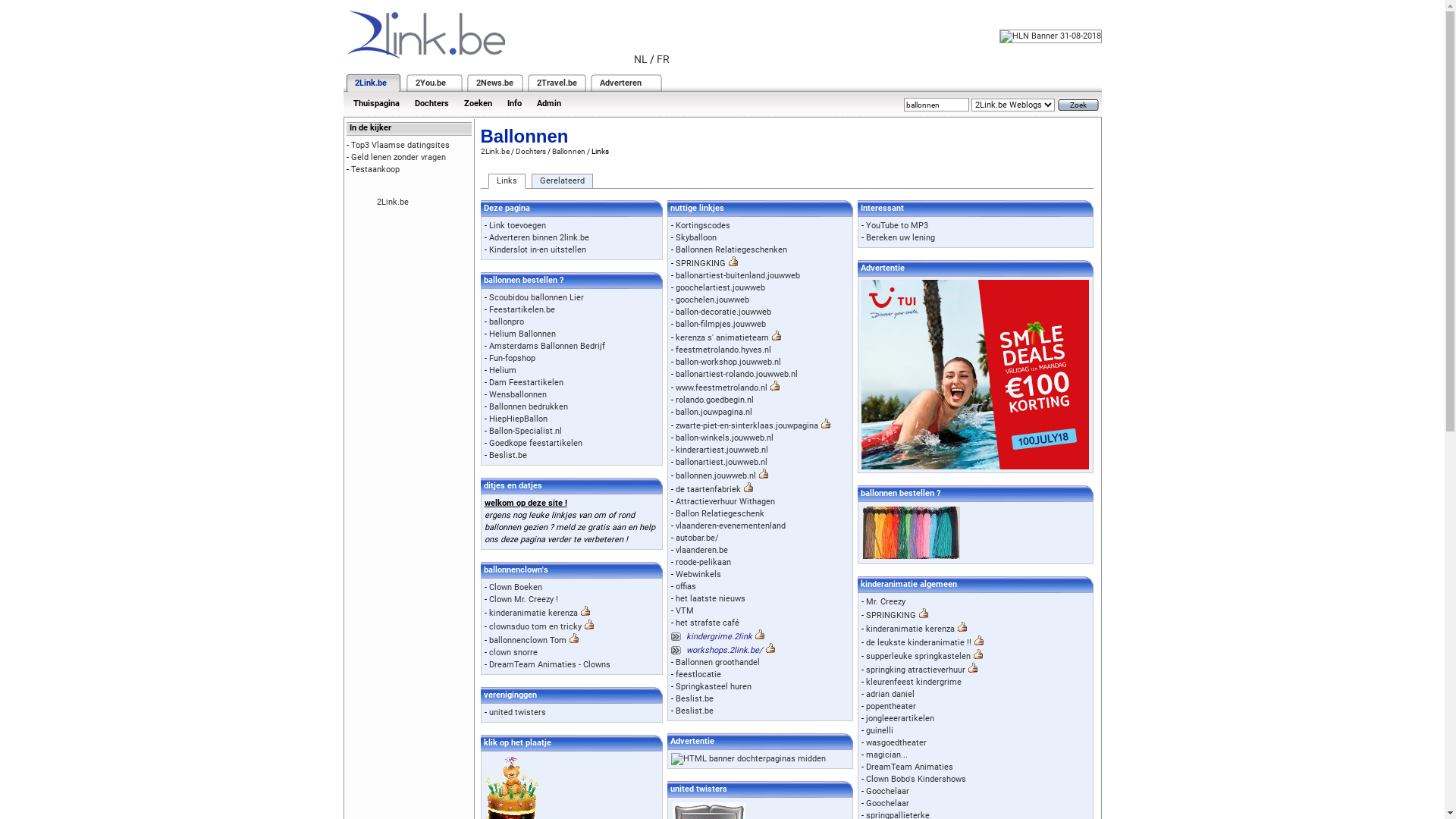 The height and width of the screenshot is (819, 1456). I want to click on 'Ballonnen Relatiegeschenken', so click(731, 249).